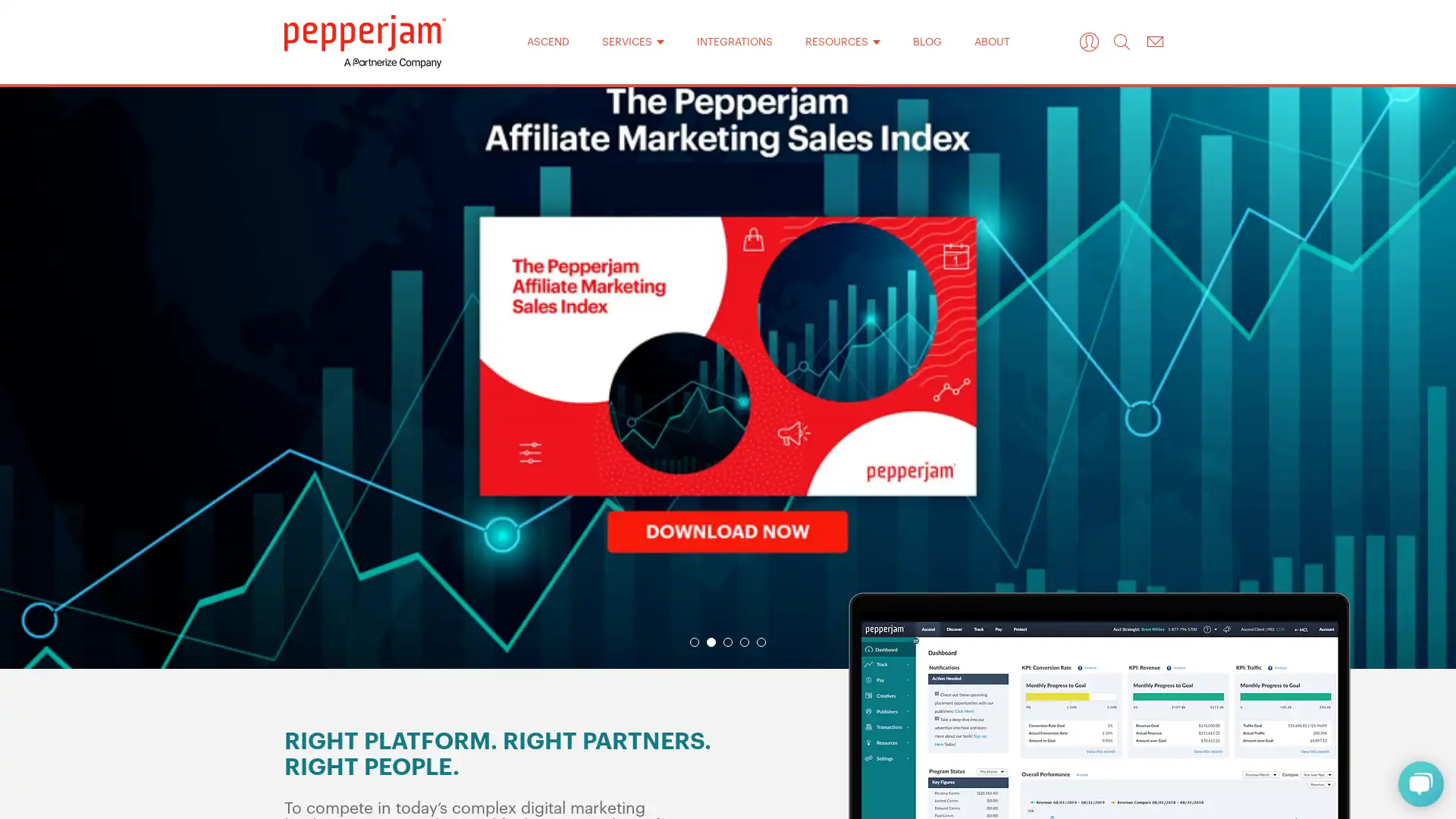 The image size is (1456, 819). What do you see at coordinates (924, 166) in the screenshot?
I see `Close` at bounding box center [924, 166].